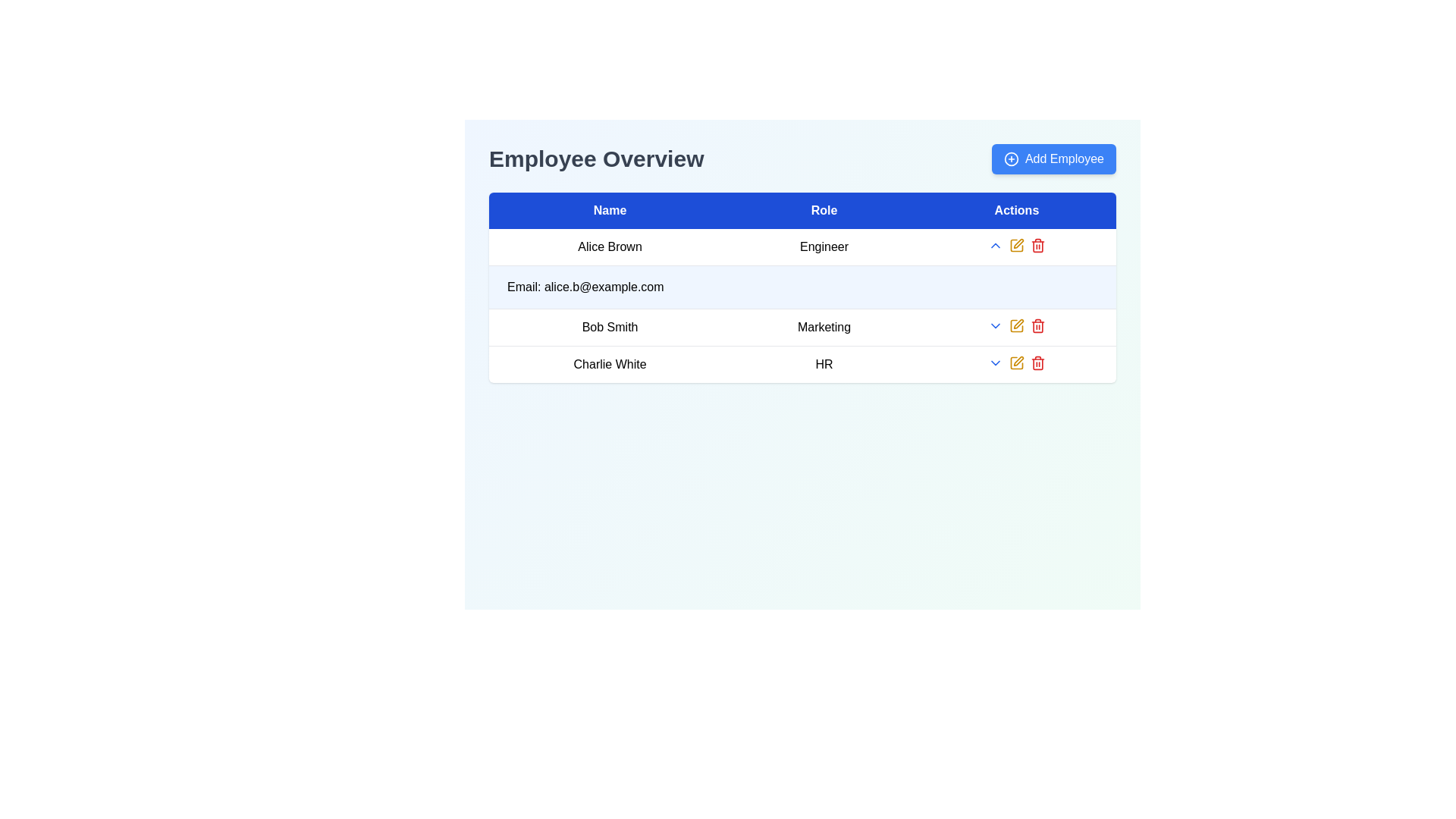  Describe the element at coordinates (1037, 364) in the screenshot. I see `the visual representation of the delete functionality icon, which is part of the trash bin icon located under the 'Actions' column of the table, specifically the rectangular body below the lid` at that location.